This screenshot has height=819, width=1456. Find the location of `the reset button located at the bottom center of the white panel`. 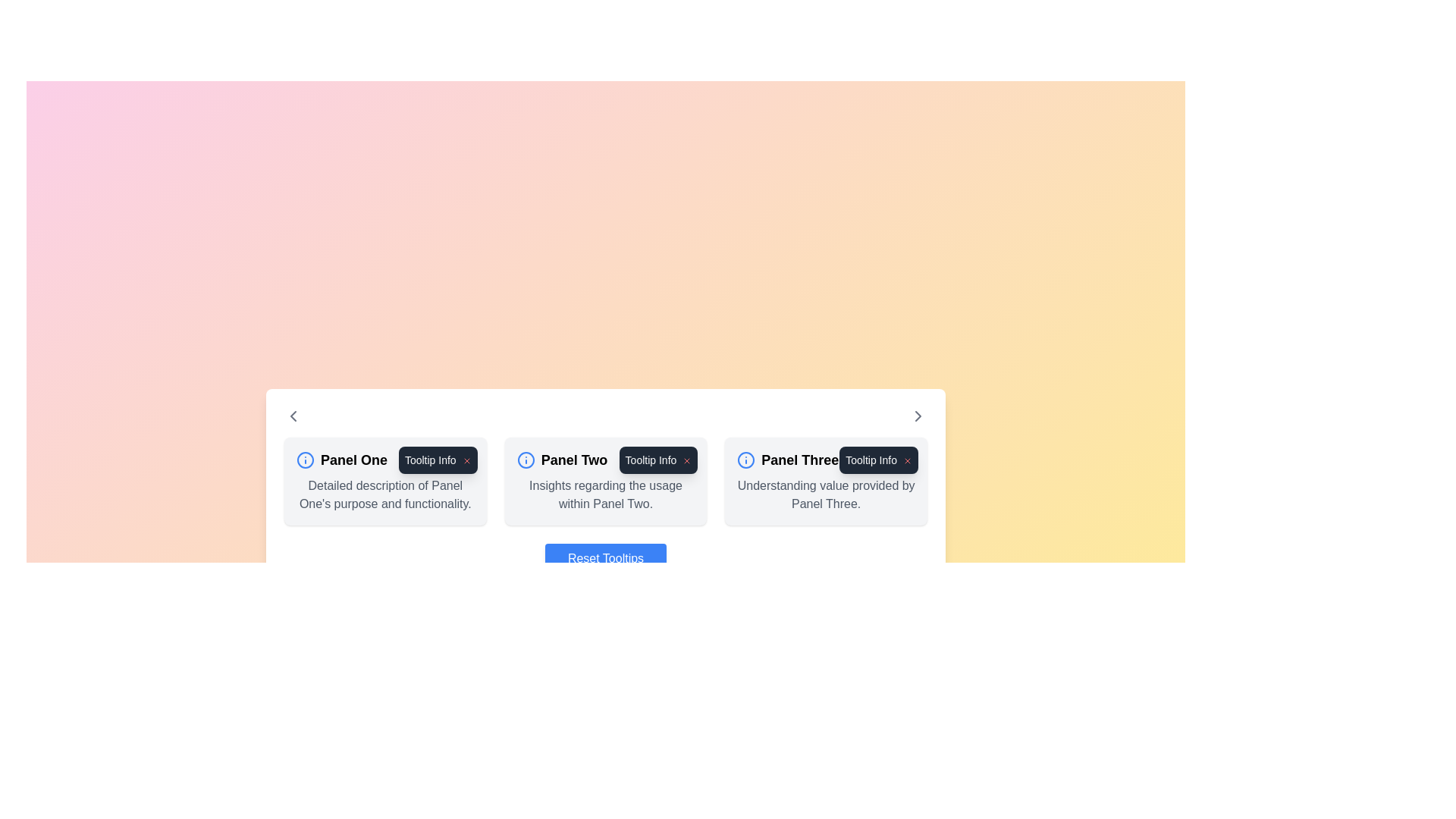

the reset button located at the bottom center of the white panel is located at coordinates (604, 558).